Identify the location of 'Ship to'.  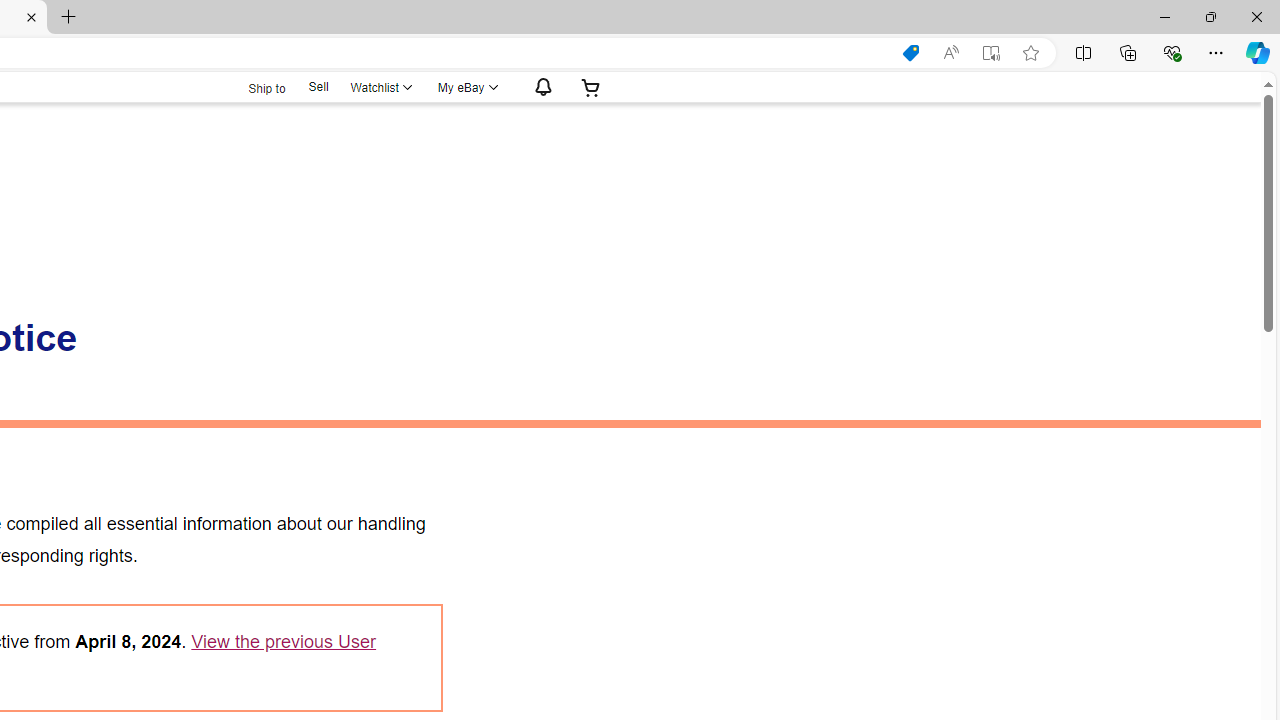
(253, 85).